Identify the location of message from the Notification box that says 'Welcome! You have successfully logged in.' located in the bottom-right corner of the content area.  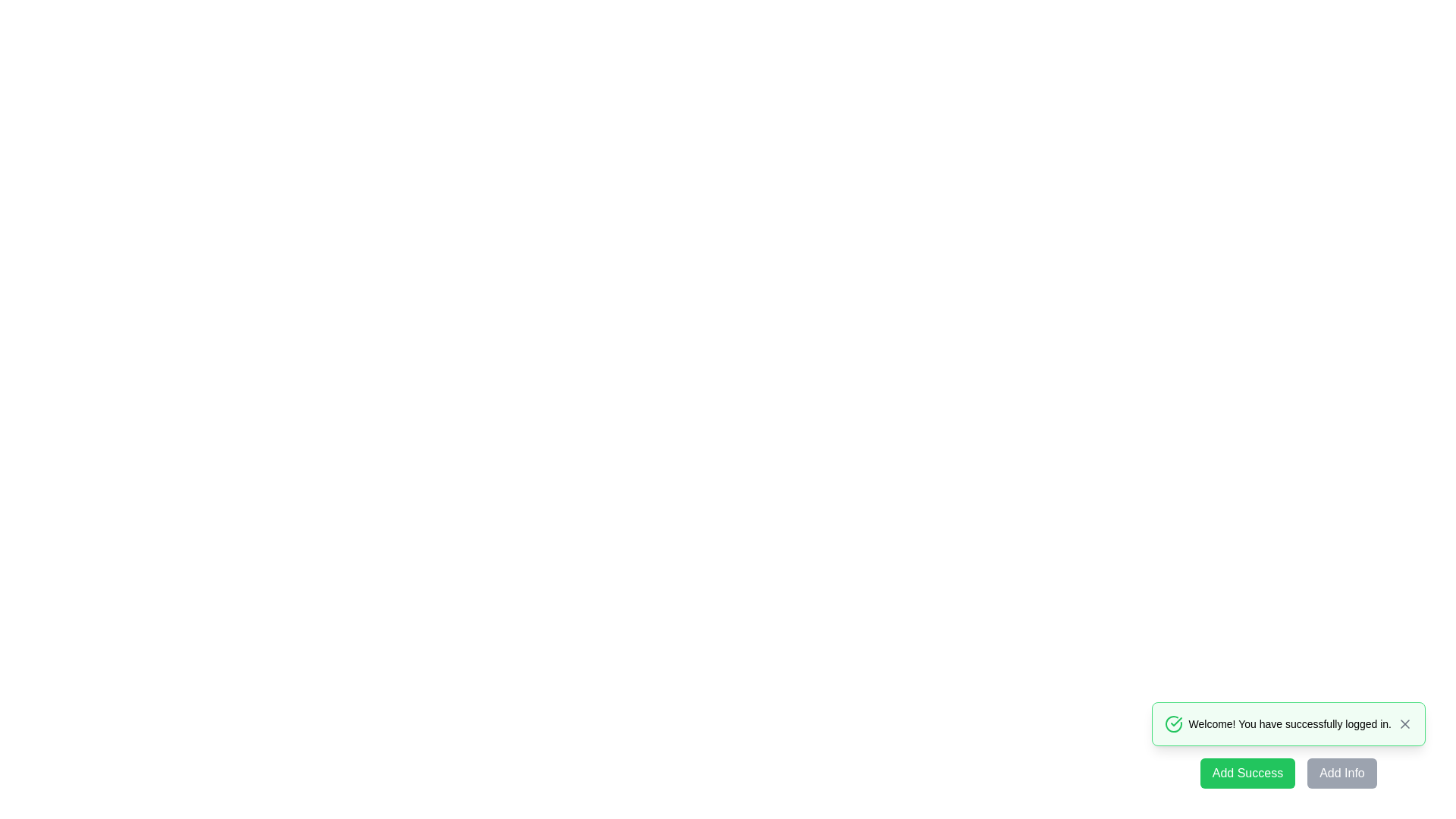
(1288, 723).